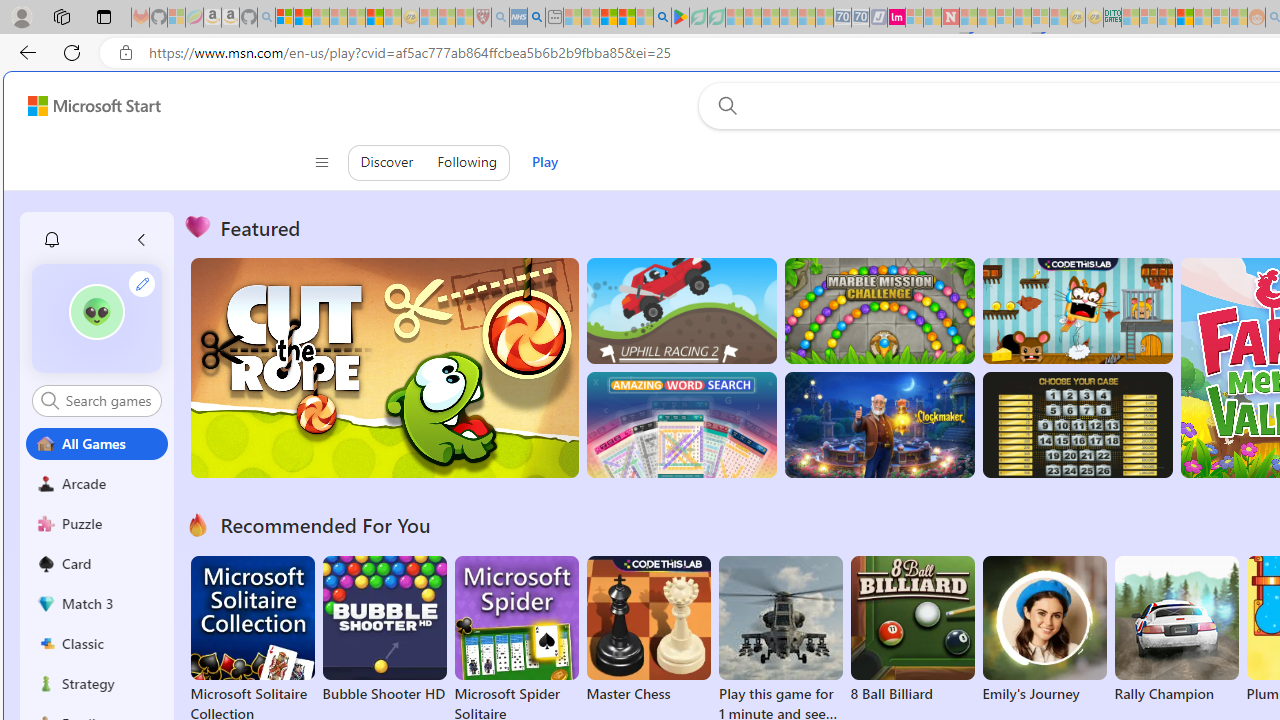  Describe the element at coordinates (544, 161) in the screenshot. I see `'Play'` at that location.